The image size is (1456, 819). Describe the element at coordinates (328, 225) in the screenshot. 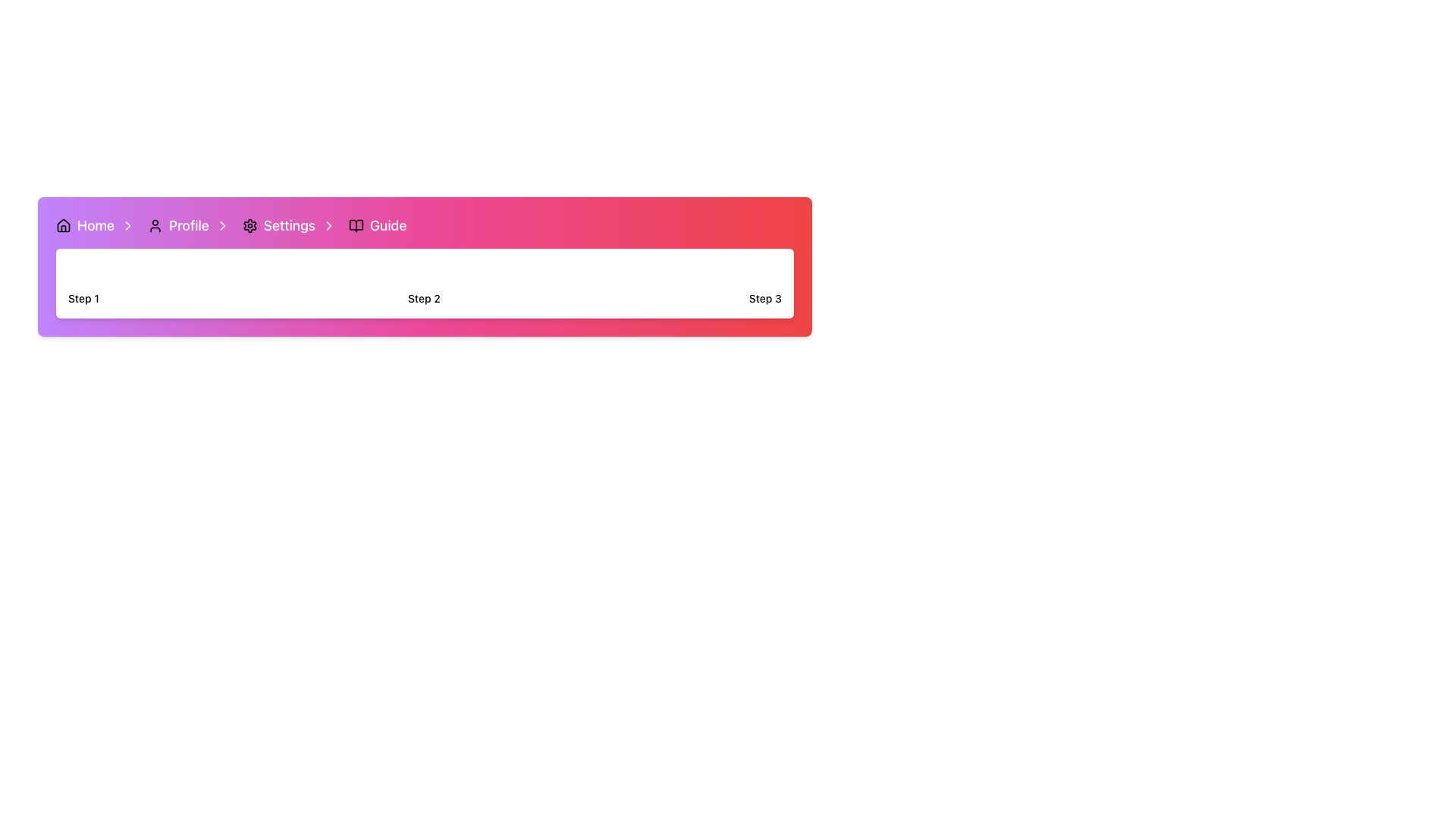

I see `the chevron SVG icon in the breadcrumb navigation bar, which is positioned between two text items and indicates its role as a separator` at that location.